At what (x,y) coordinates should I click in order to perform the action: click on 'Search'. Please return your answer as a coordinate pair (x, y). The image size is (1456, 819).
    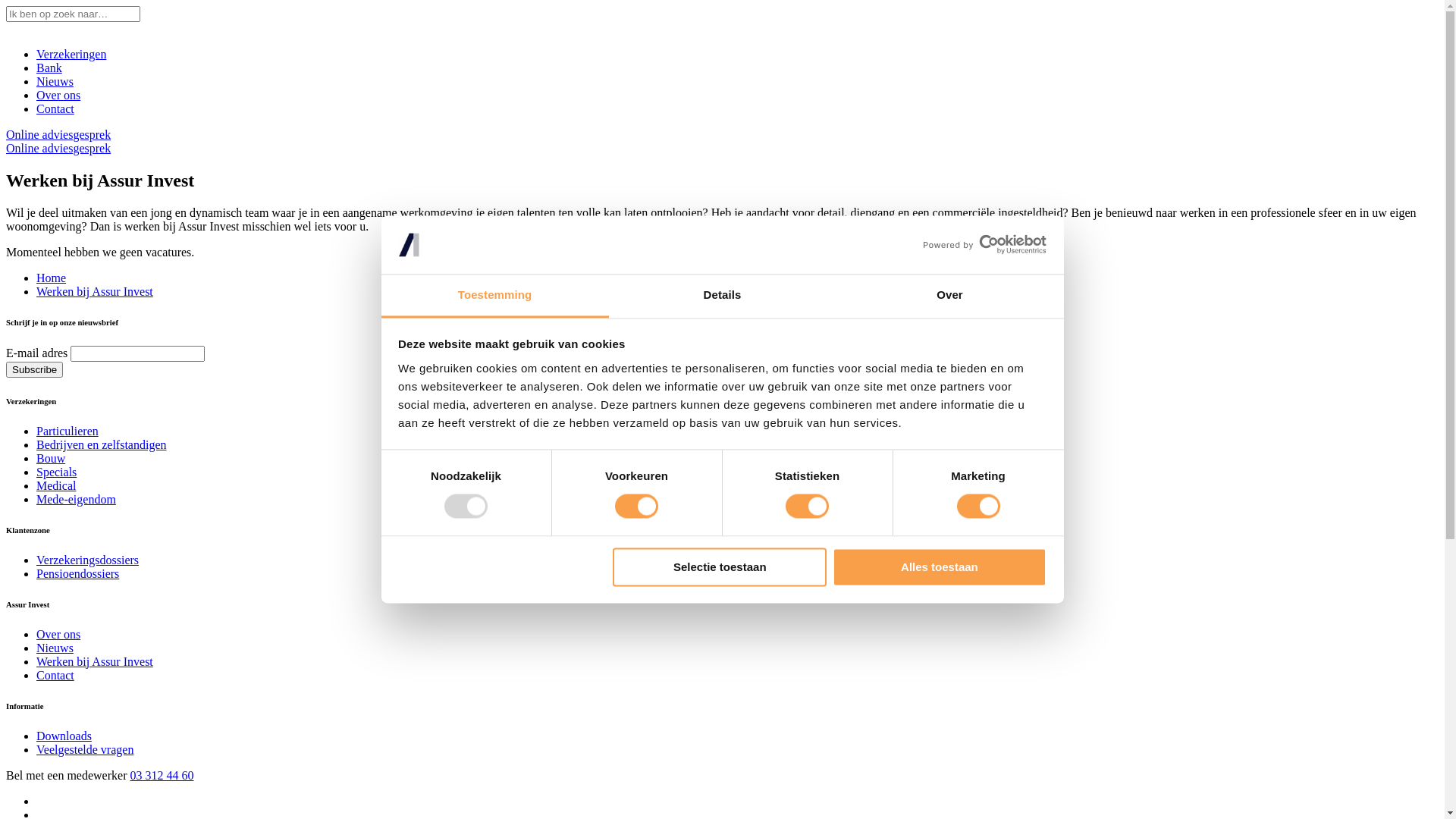
    Looking at the image, I should click on (21, 8).